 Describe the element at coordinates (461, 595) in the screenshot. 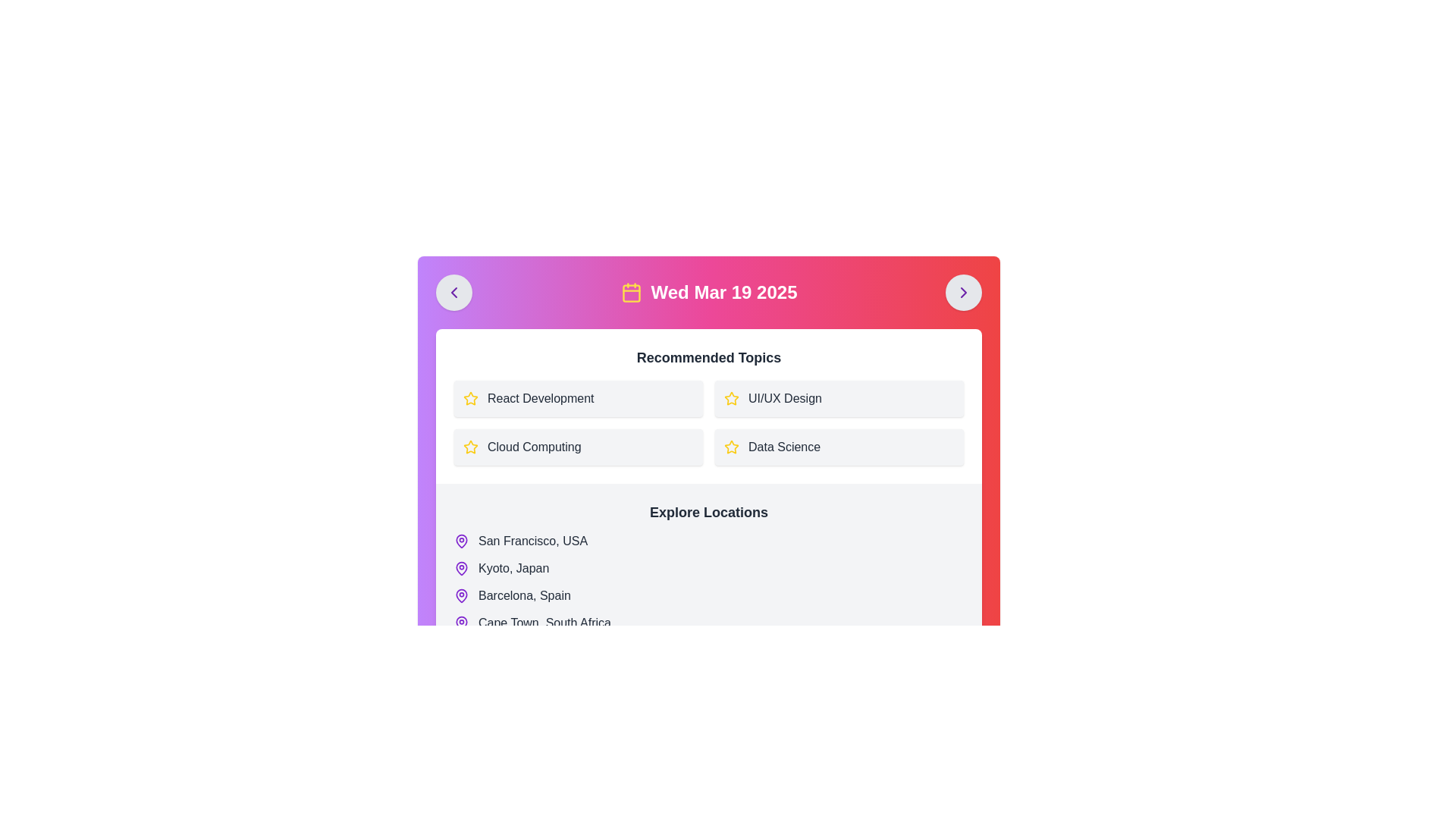

I see `the map pin icon indicating 'Barcelona, Spain' in the 'Explore Locations' list, which is the third entry in the list` at that location.